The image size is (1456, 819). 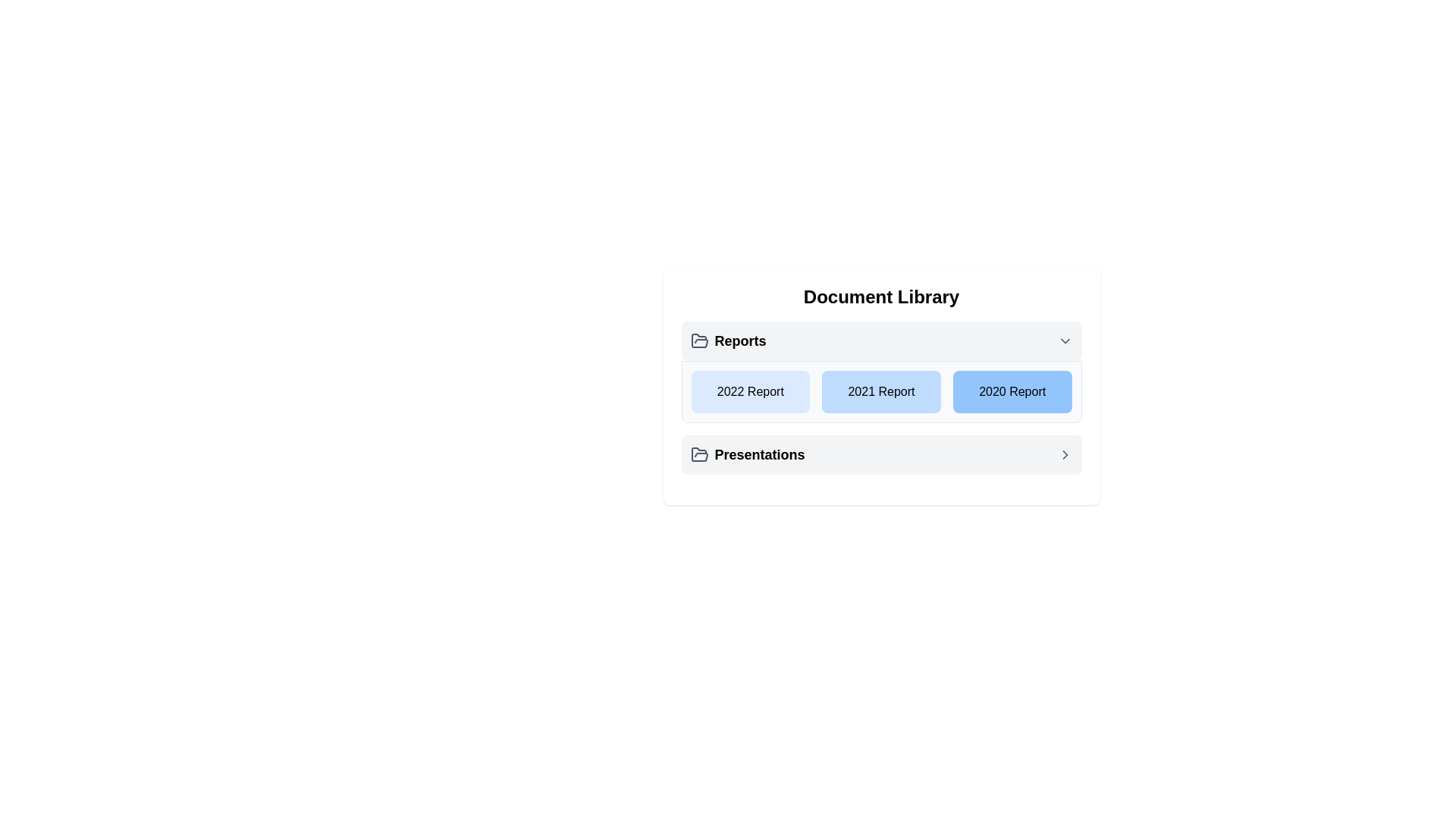 I want to click on on the second button in the horizontally-aligned group of year-specific reports ('2021 Report') located beneath the 'Reports' title in the 'Document Library' card, so click(x=881, y=391).